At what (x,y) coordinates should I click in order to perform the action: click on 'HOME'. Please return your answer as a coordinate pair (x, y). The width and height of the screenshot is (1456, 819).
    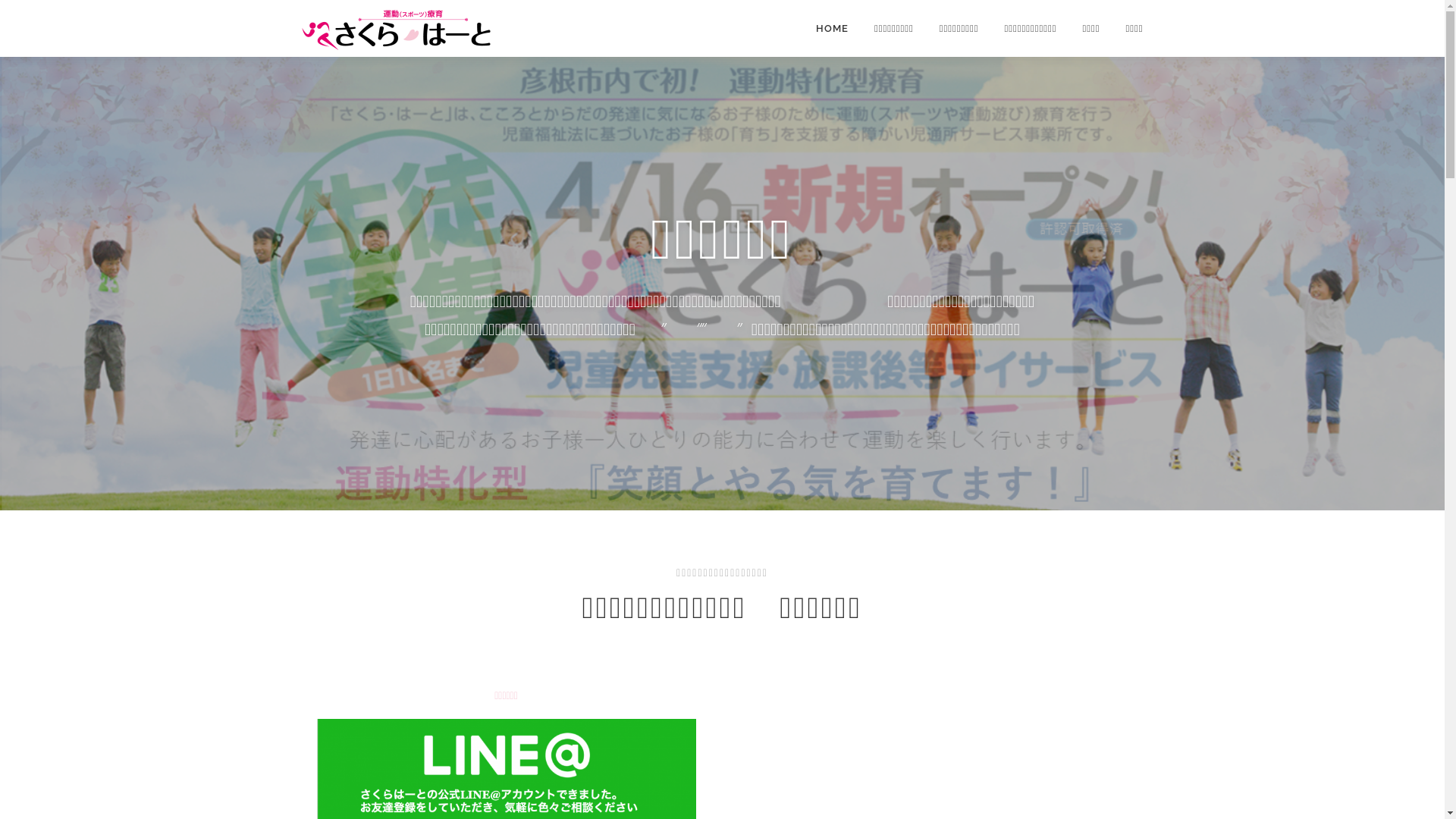
    Looking at the image, I should click on (831, 28).